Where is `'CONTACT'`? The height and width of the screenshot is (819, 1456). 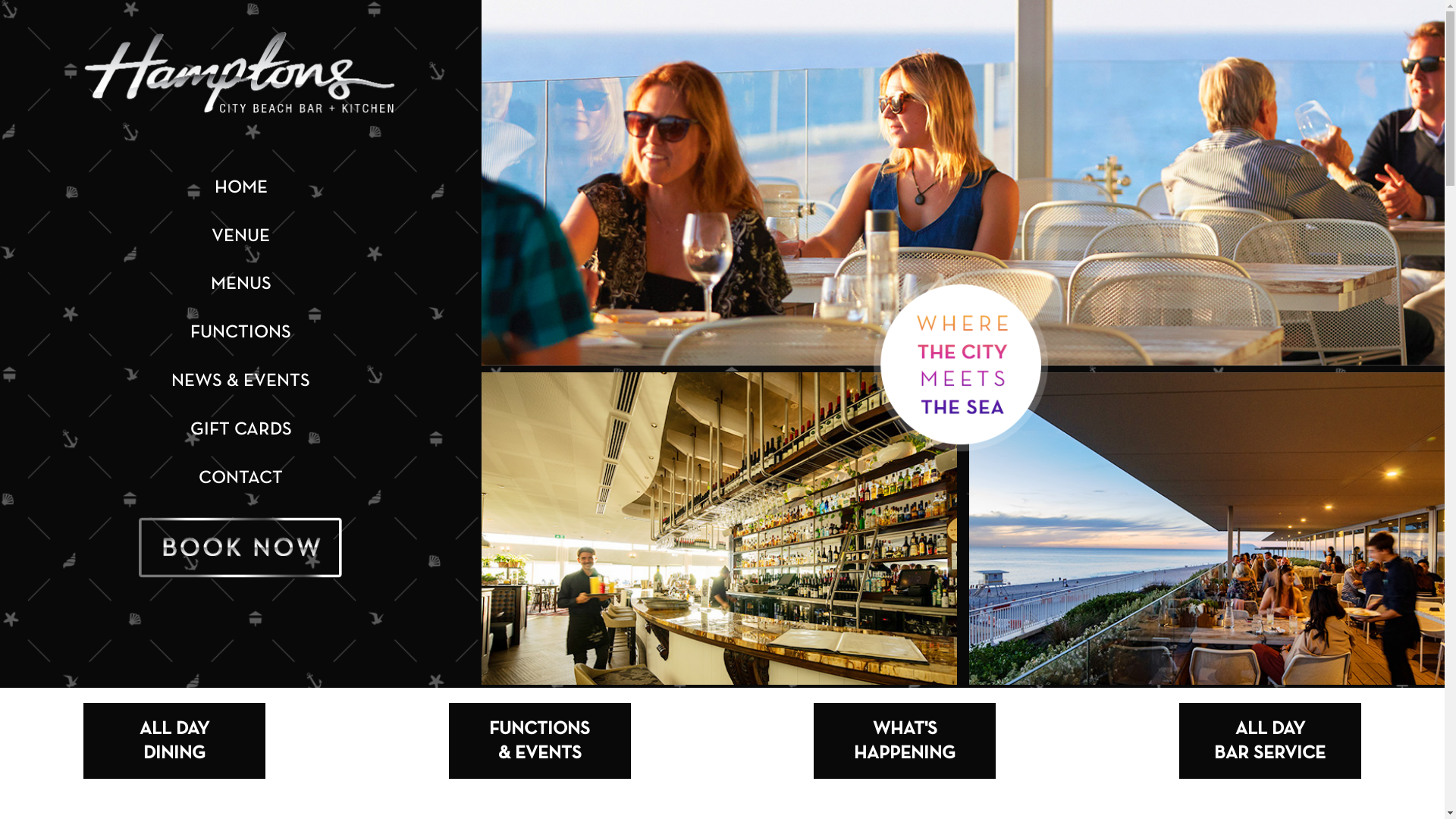
'CONTACT' is located at coordinates (240, 479).